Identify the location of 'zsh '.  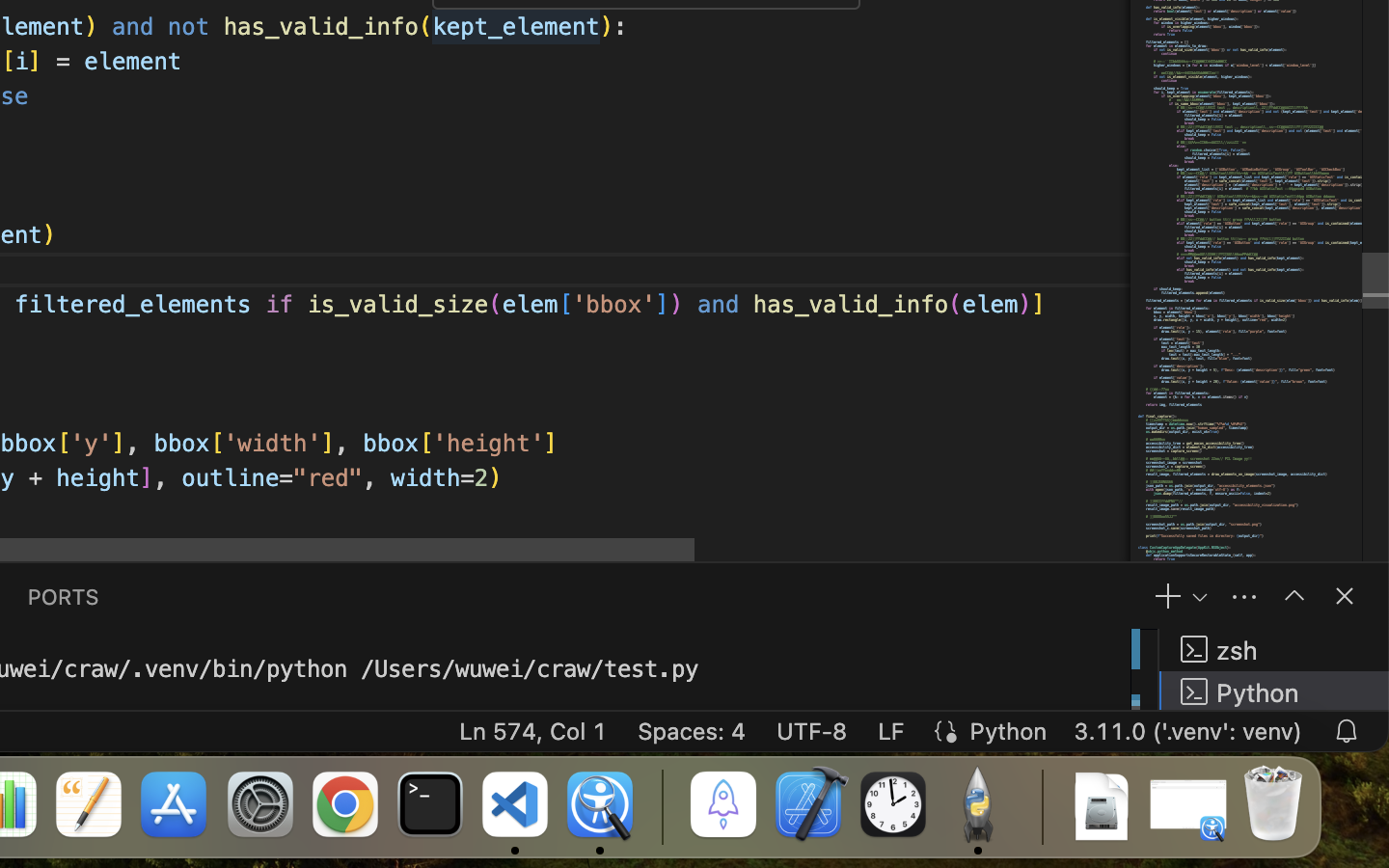
(1273, 650).